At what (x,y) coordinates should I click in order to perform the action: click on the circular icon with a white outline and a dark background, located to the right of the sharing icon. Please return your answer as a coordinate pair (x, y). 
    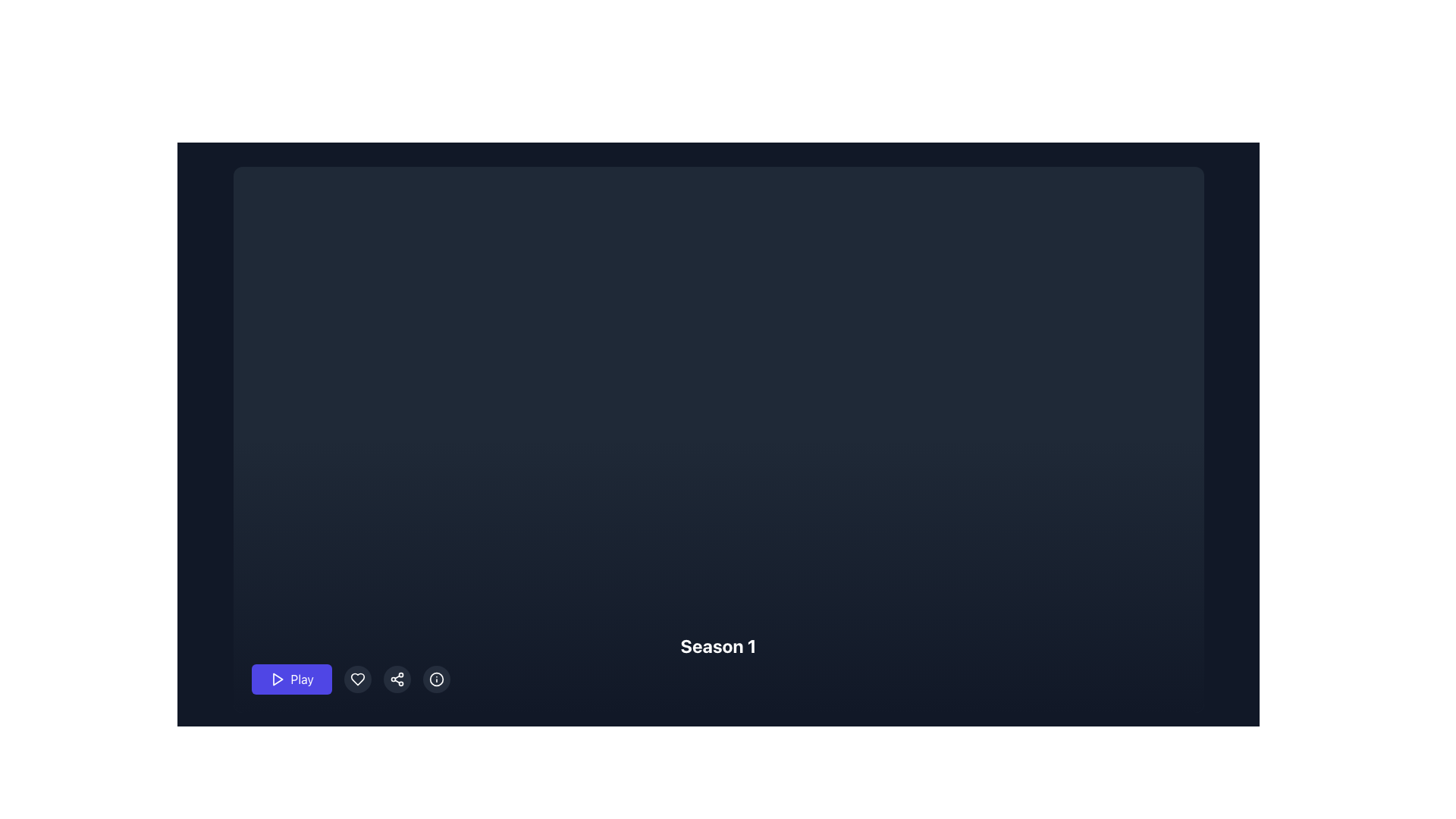
    Looking at the image, I should click on (435, 678).